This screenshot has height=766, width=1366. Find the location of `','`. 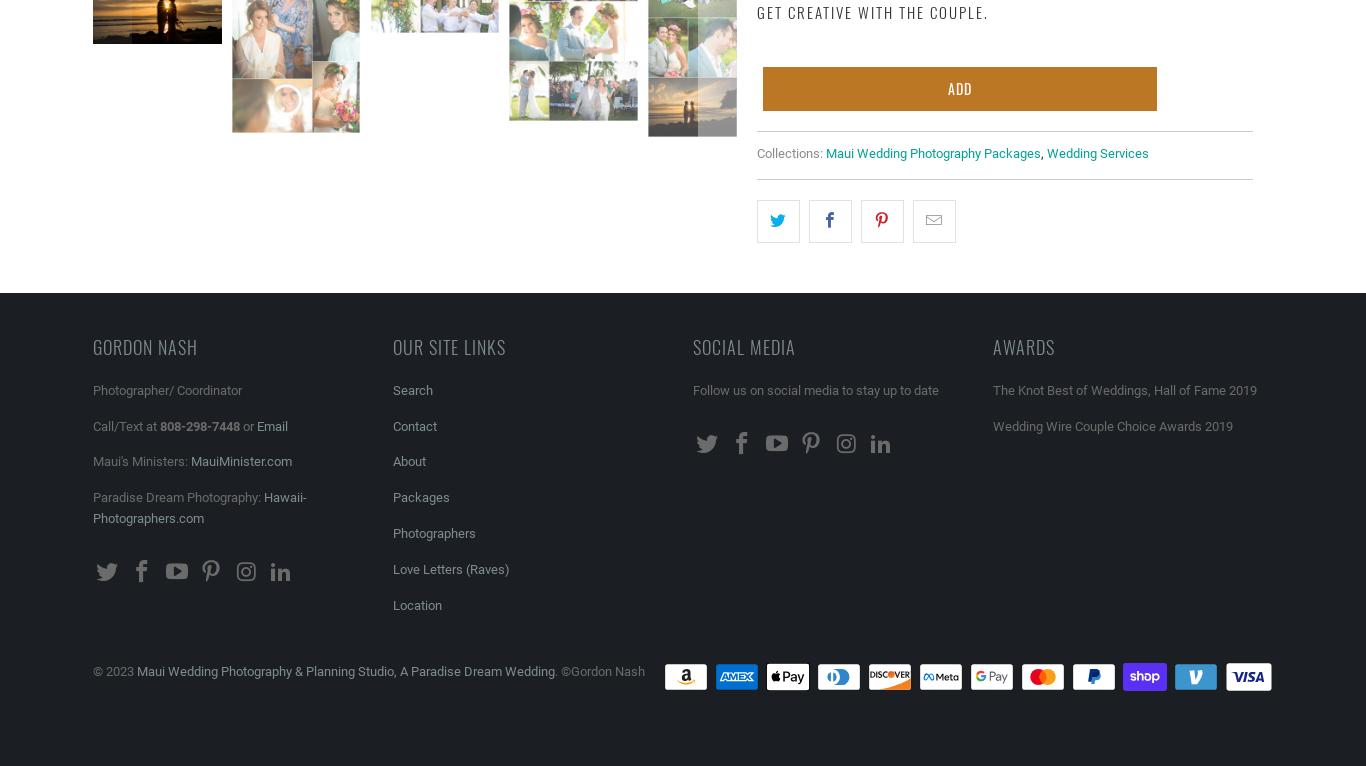

',' is located at coordinates (1041, 153).